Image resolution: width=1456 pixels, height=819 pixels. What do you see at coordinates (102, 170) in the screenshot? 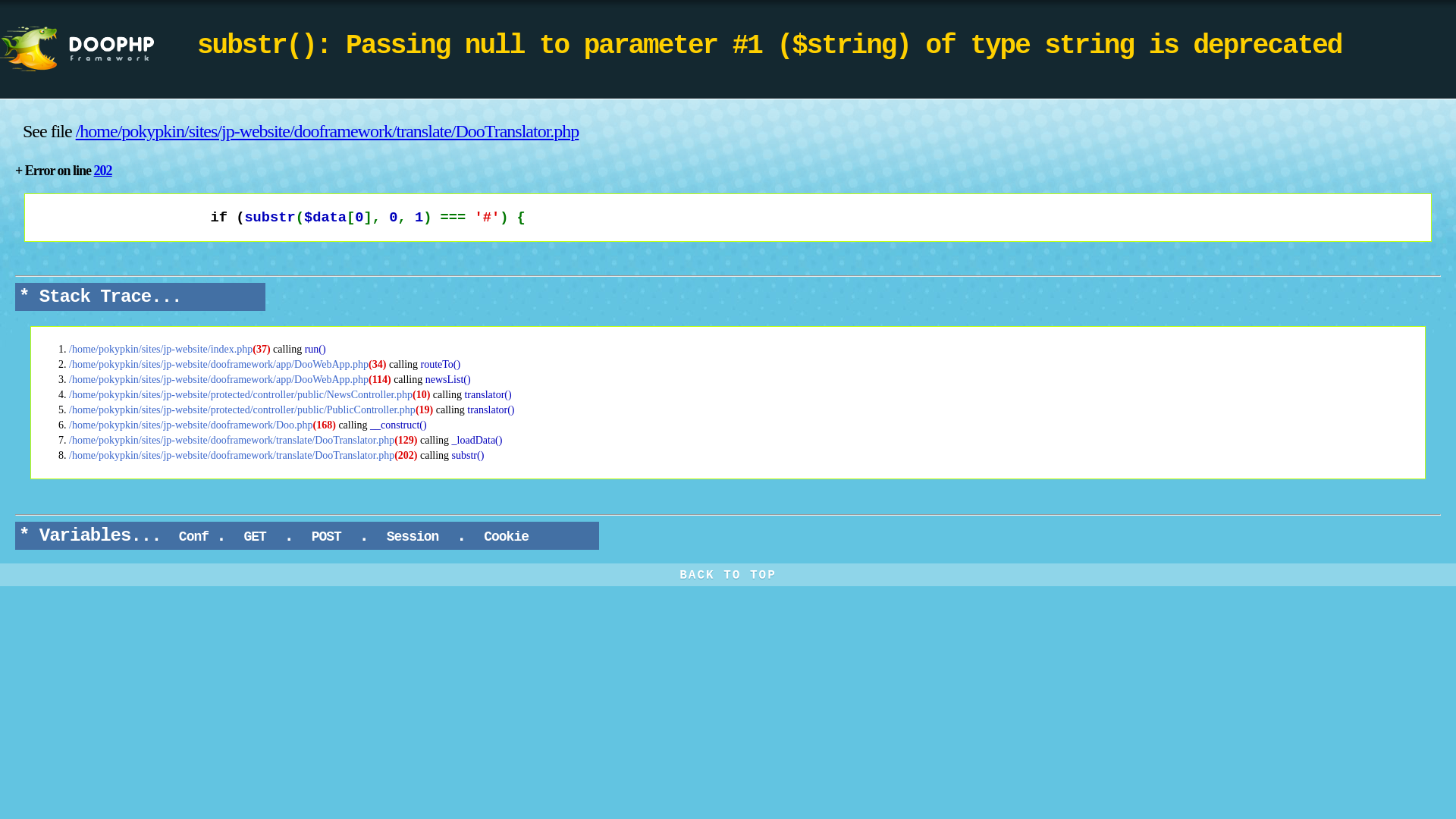
I see `'202'` at bounding box center [102, 170].